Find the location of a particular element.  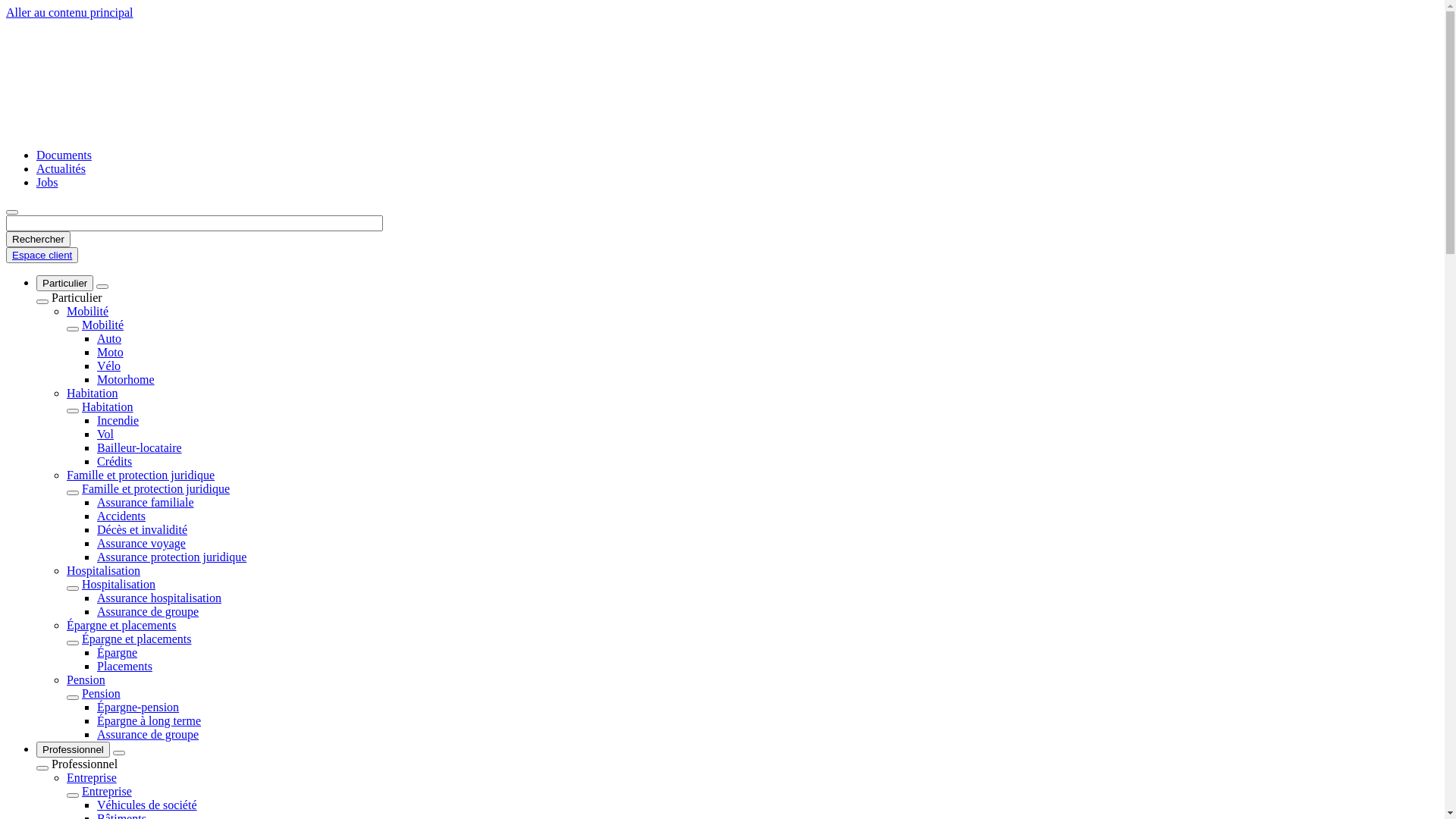

'Assurance familiale' is located at coordinates (146, 502).